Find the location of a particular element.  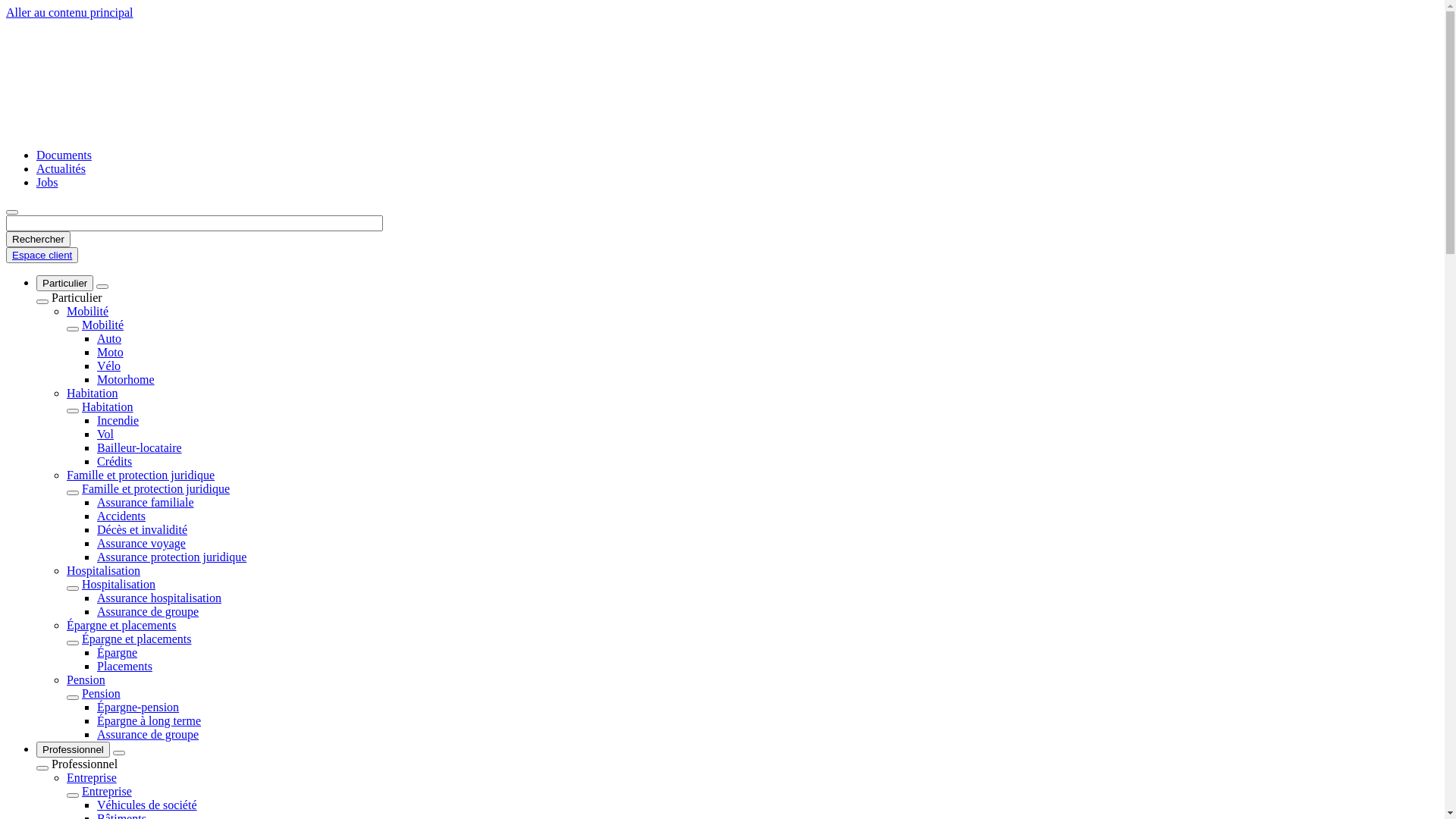

'Assurance familiale' is located at coordinates (146, 502).